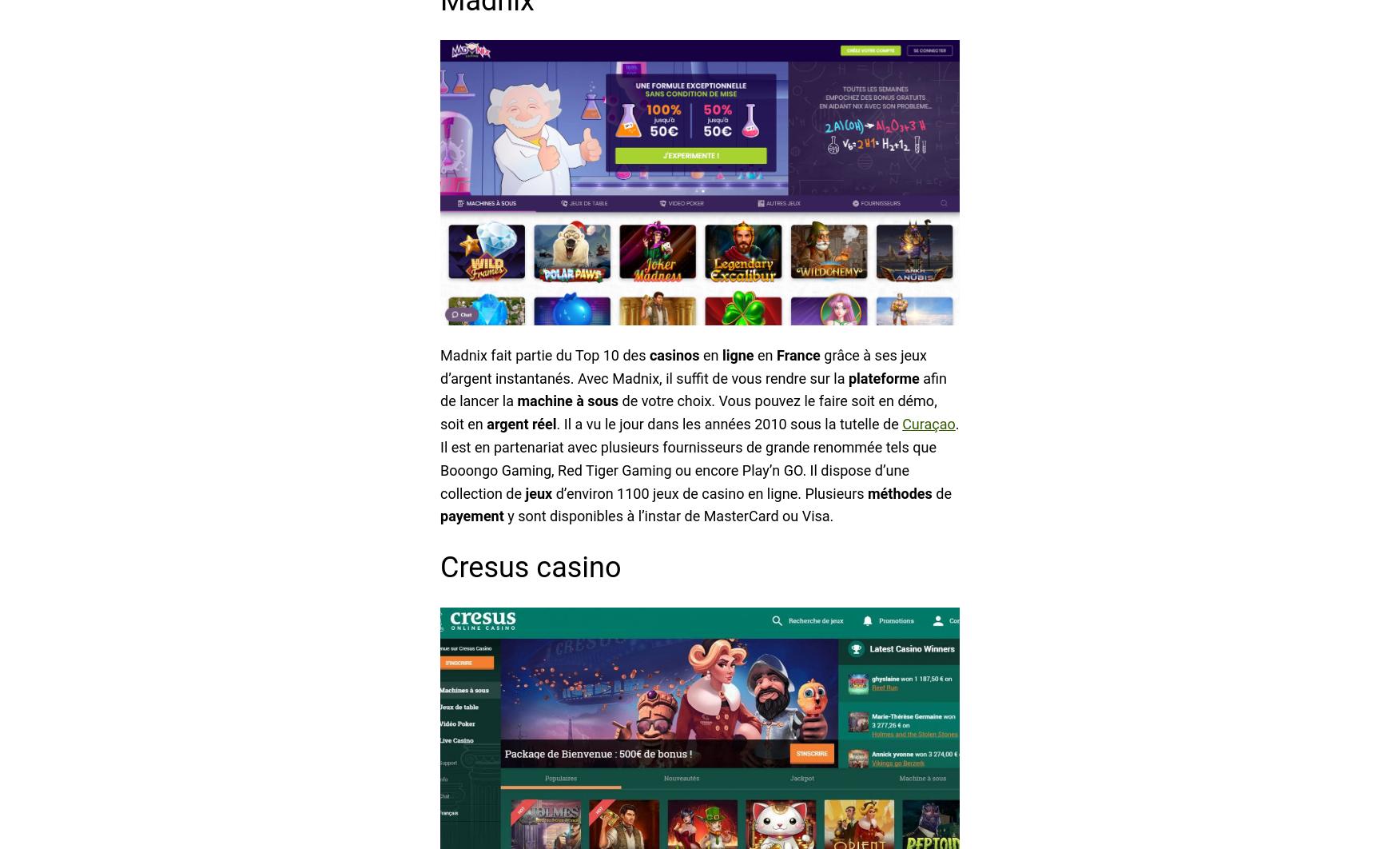  Describe the element at coordinates (941, 492) in the screenshot. I see `'de'` at that location.